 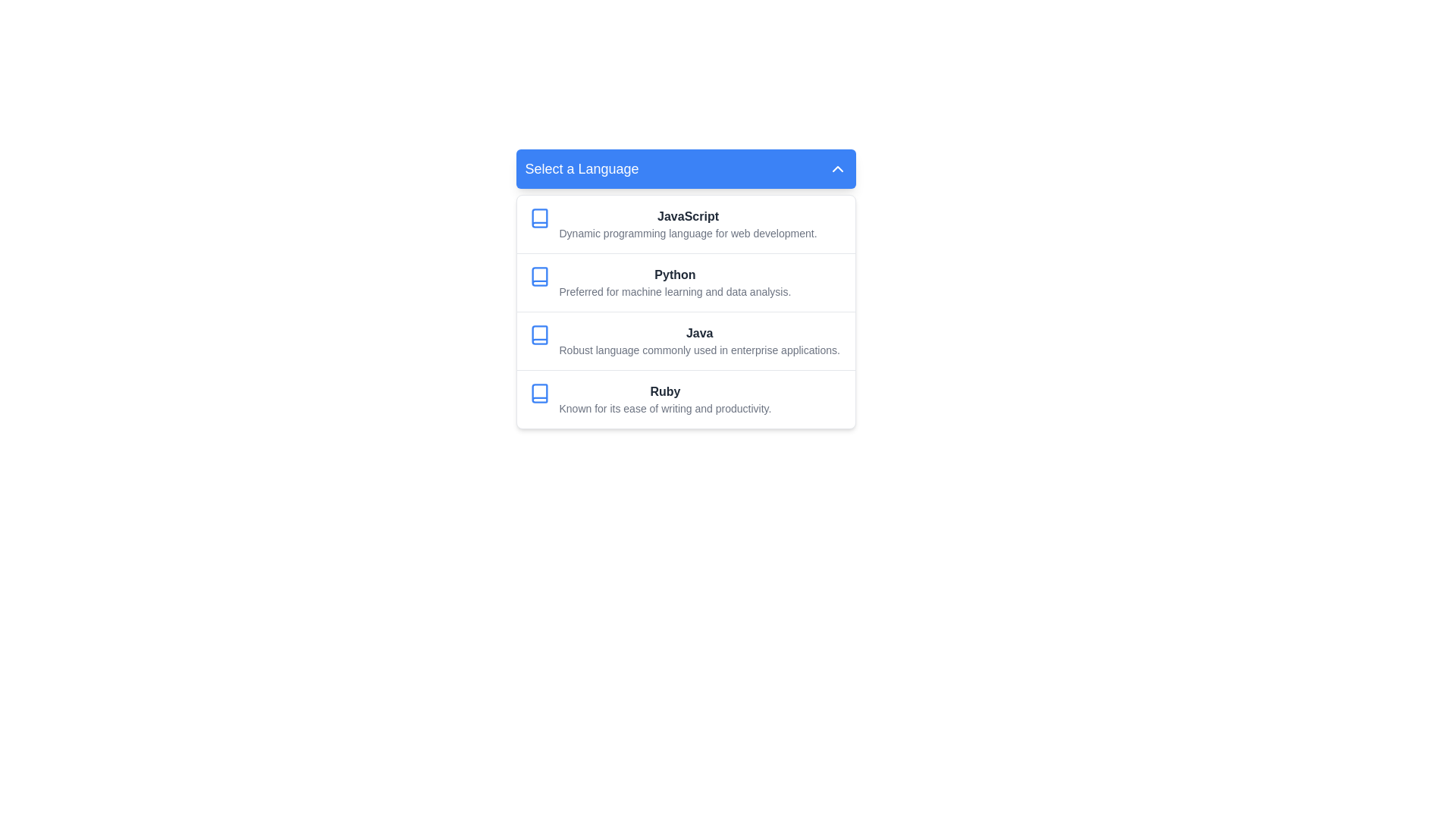 I want to click on the text label that provides additional information about the 'Python' list item, positioned directly below the title 'Python', so click(x=674, y=292).